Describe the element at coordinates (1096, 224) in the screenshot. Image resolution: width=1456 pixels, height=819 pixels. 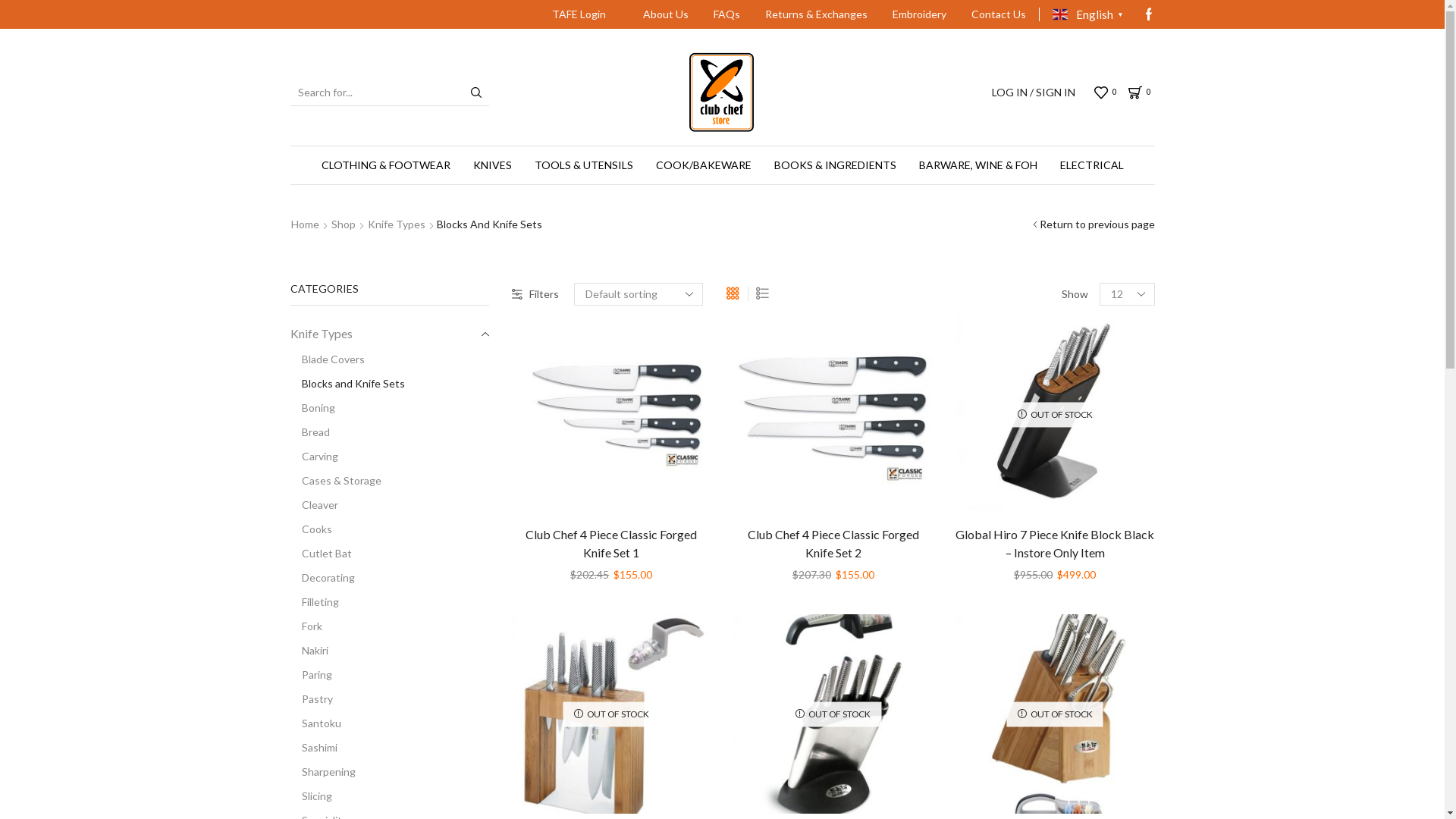
I see `'Return to previous page'` at that location.